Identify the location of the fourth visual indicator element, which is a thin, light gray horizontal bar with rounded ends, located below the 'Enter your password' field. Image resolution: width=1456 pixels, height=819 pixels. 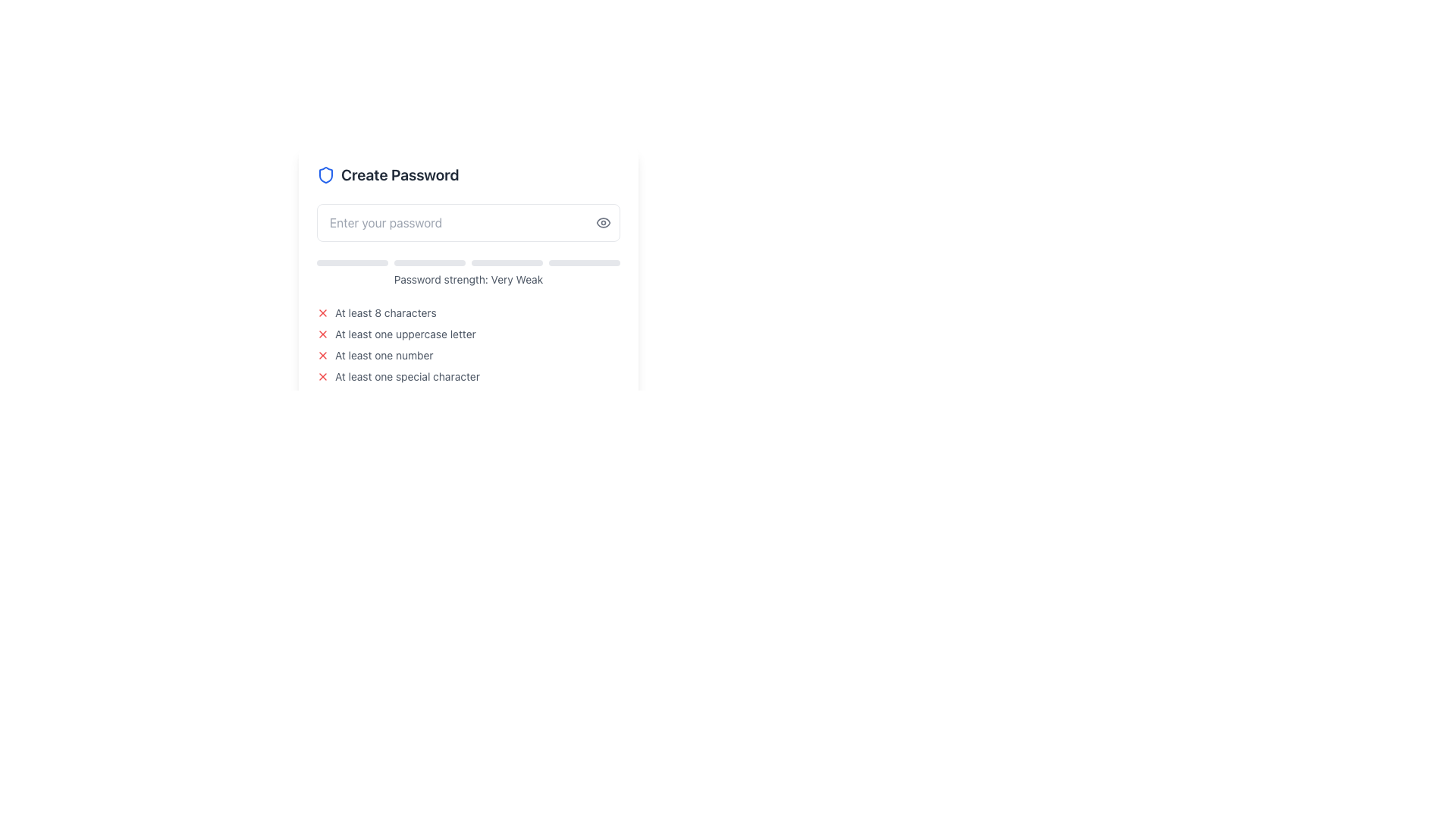
(584, 262).